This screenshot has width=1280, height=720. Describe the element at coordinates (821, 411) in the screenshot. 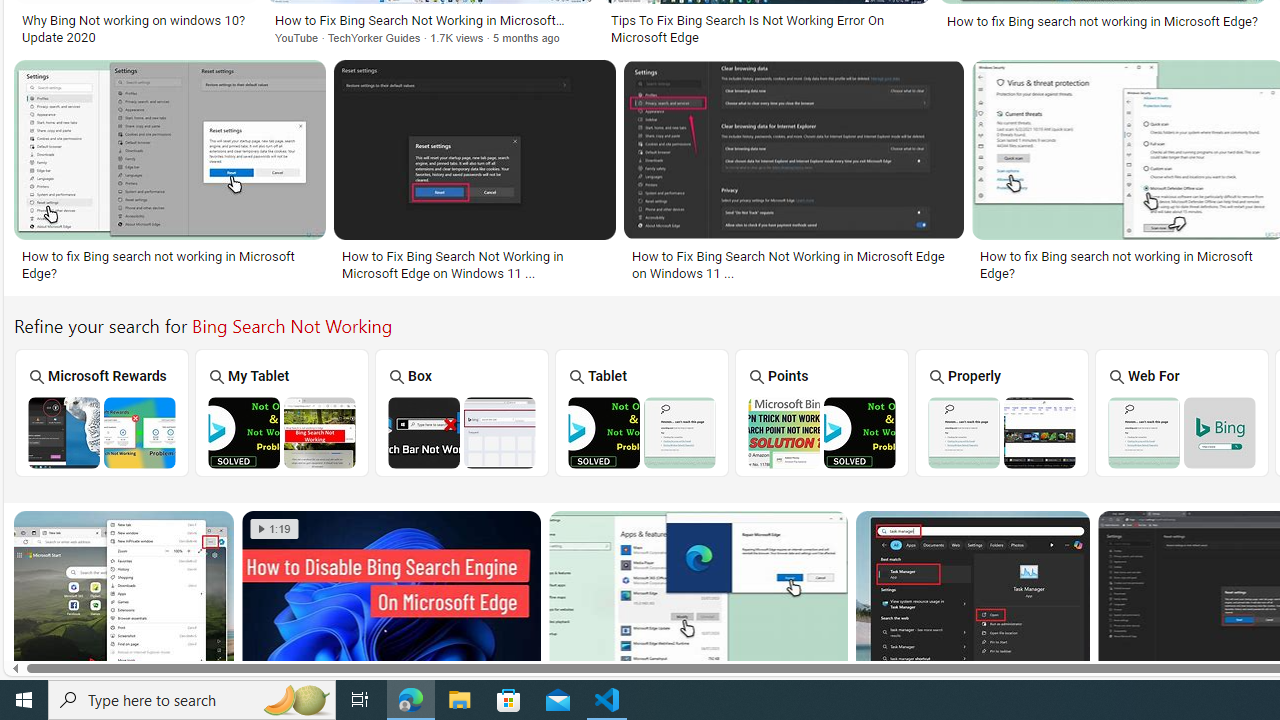

I see `'Points'` at that location.